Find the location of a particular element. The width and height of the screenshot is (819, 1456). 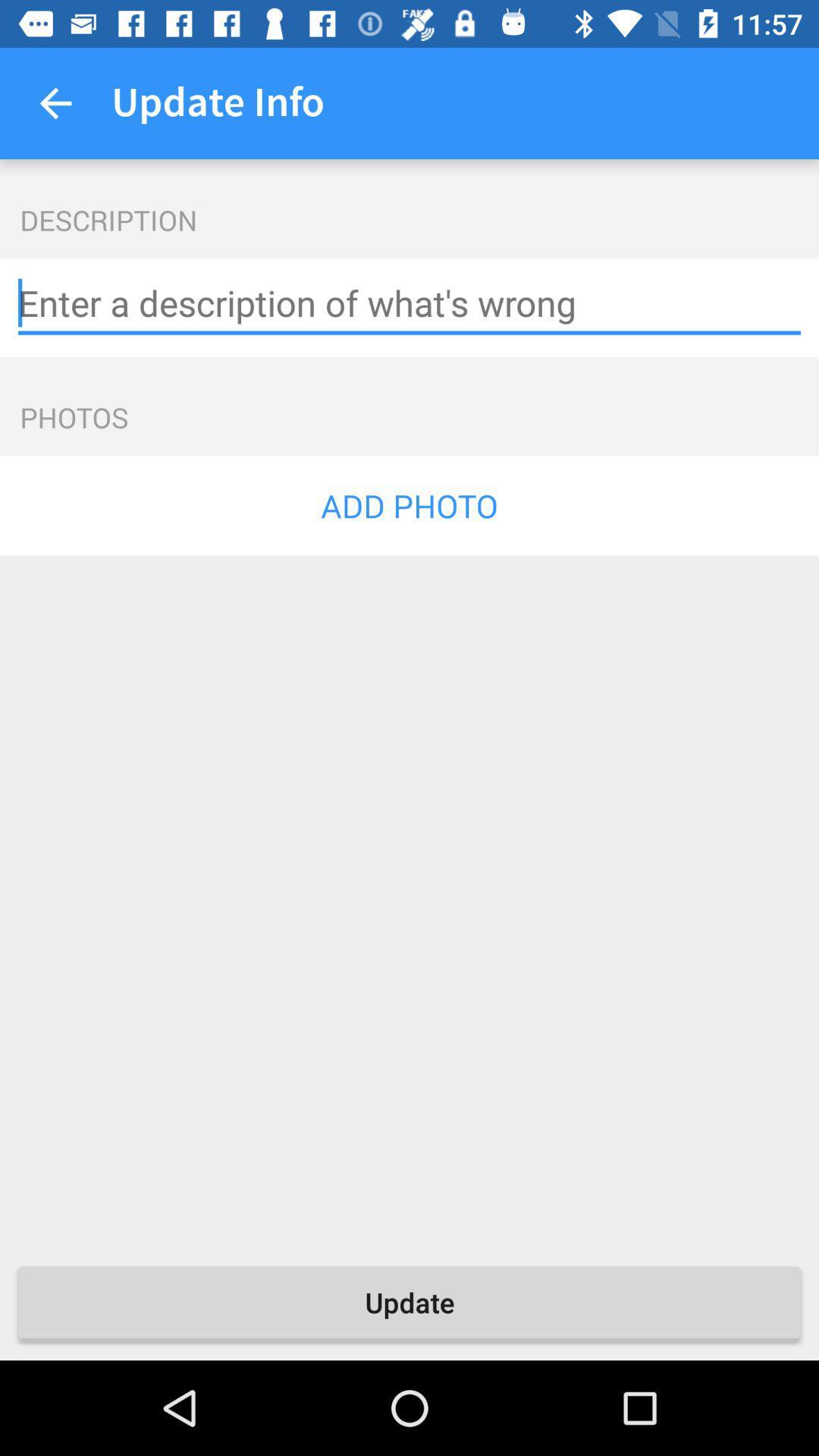

the item below photos icon is located at coordinates (409, 506).